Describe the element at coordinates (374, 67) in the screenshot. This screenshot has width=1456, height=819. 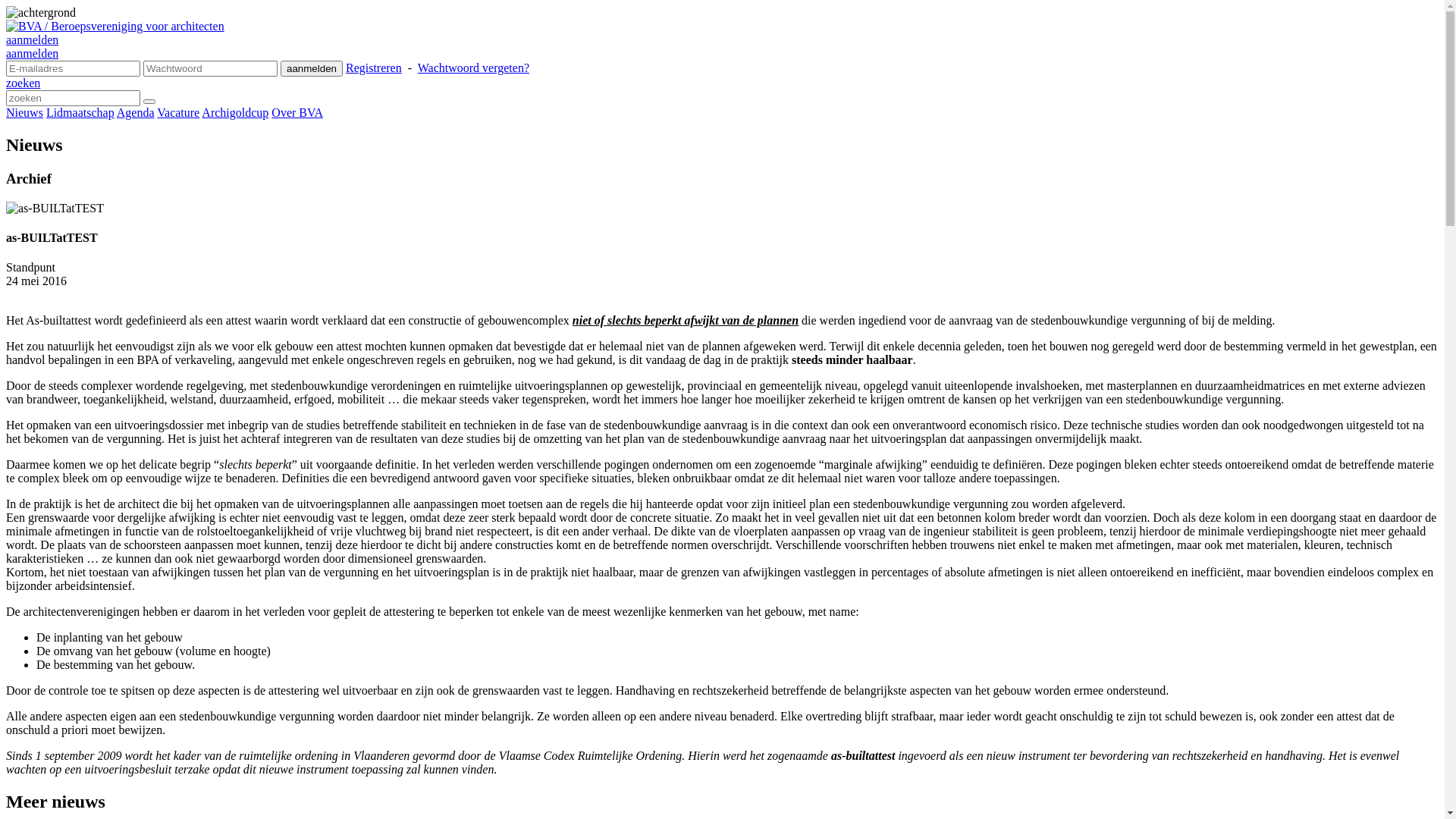
I see `'Registreren'` at that location.